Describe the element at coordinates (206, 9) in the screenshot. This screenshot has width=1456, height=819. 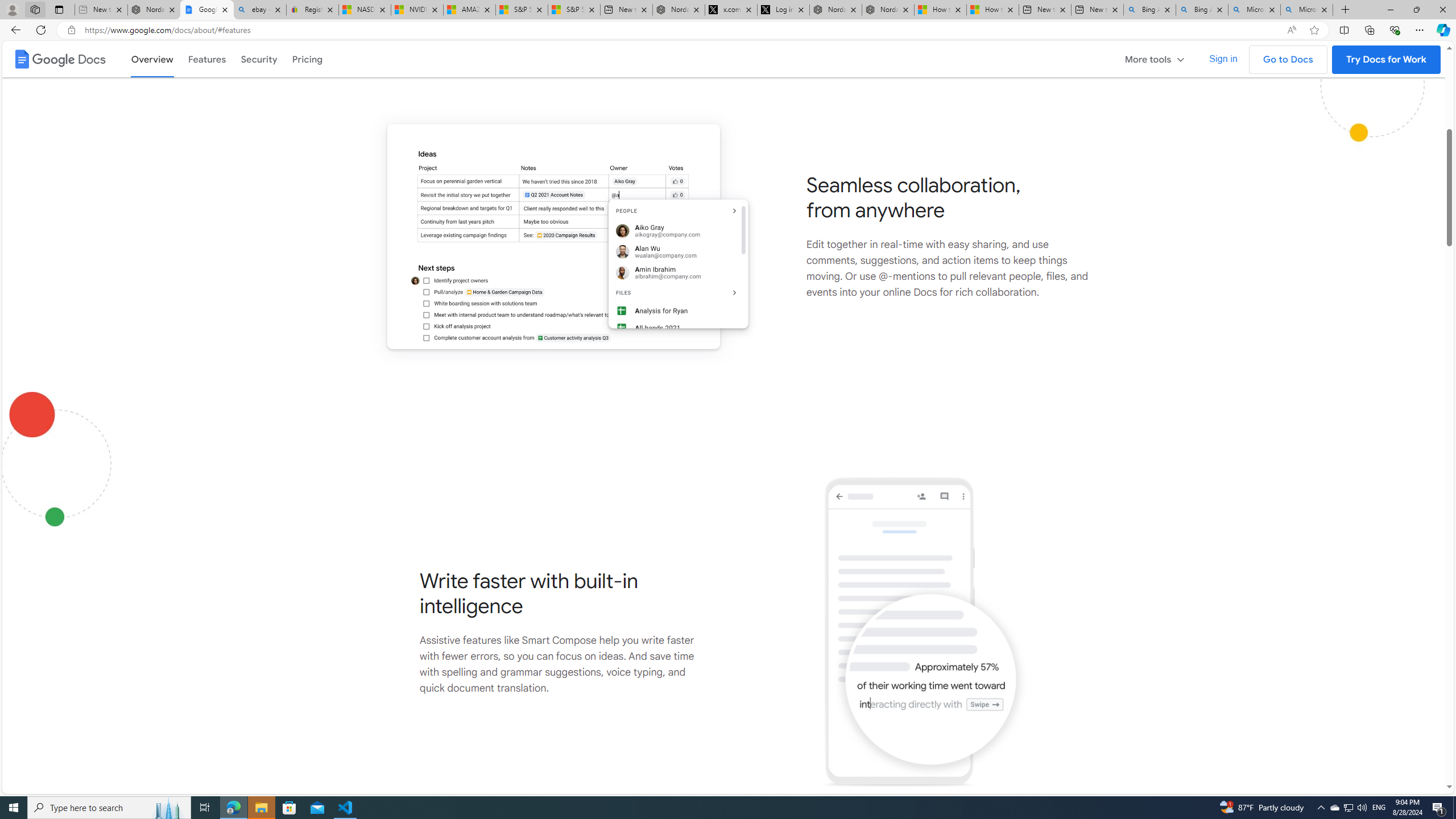
I see `'Google Docs: Online Document Editor | Google Workspace'` at that location.